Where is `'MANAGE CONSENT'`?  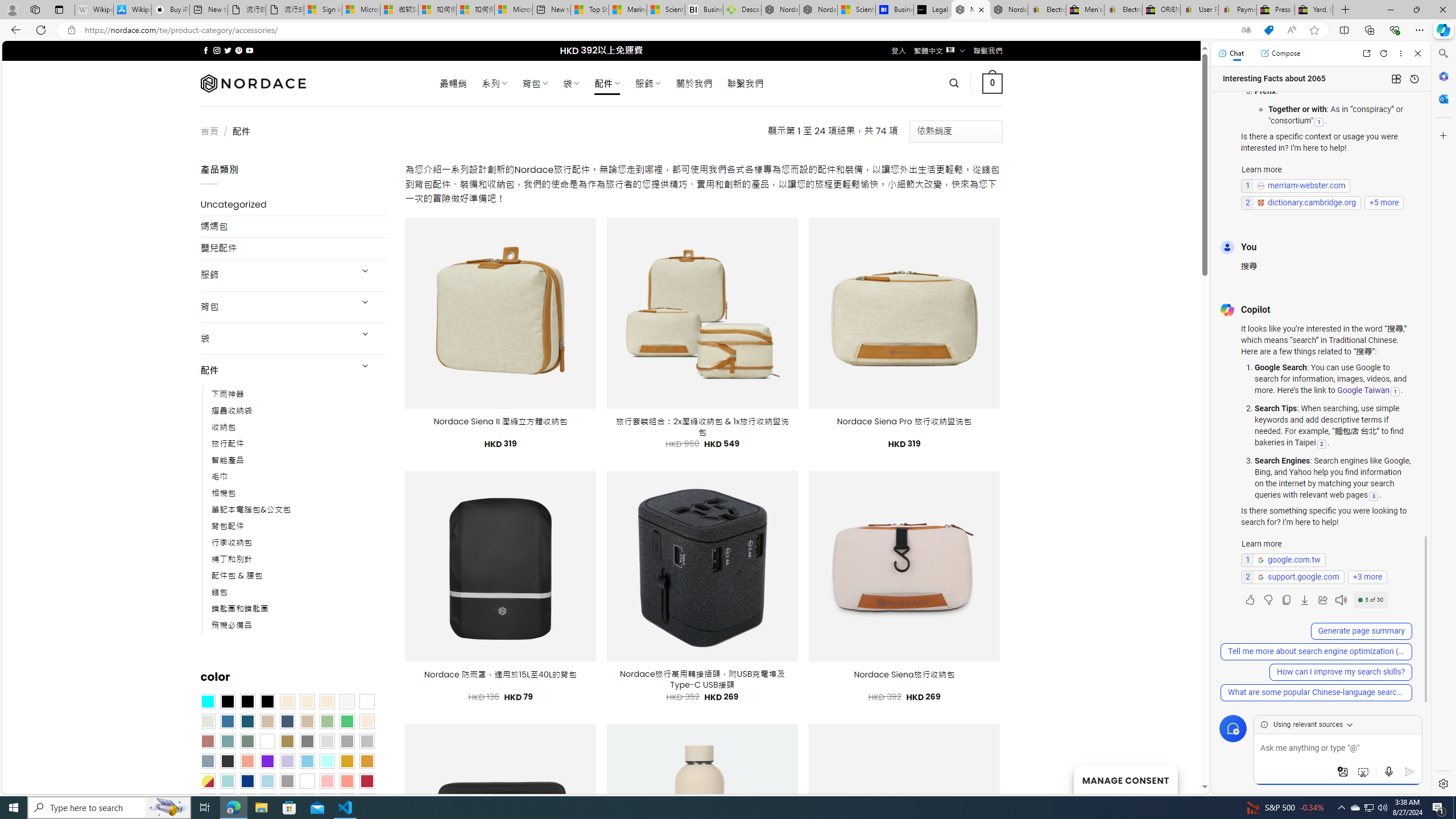
'MANAGE CONSENT' is located at coordinates (1124, 779).